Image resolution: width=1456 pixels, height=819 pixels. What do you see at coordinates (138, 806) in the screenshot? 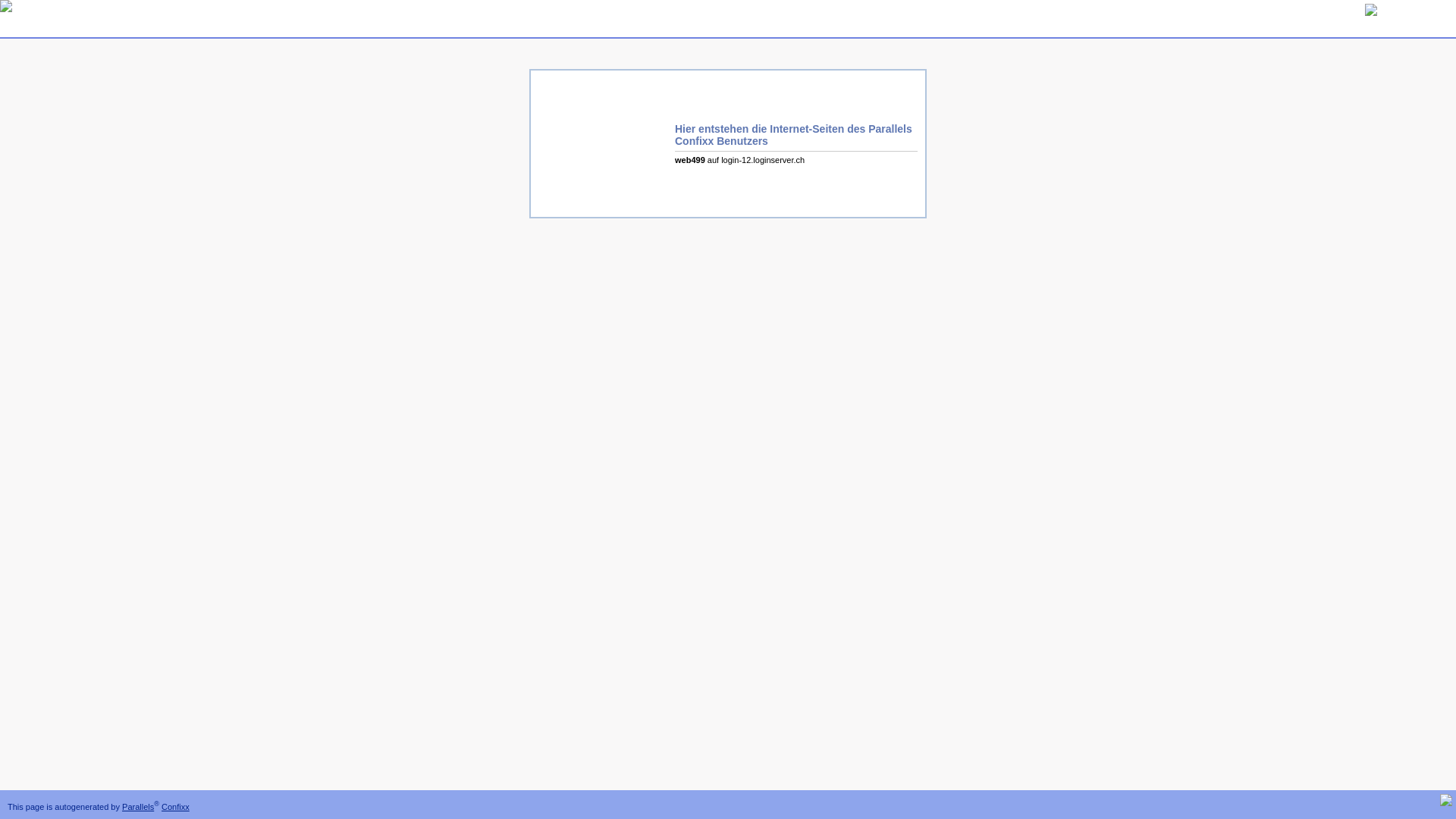
I see `'Parallels'` at bounding box center [138, 806].